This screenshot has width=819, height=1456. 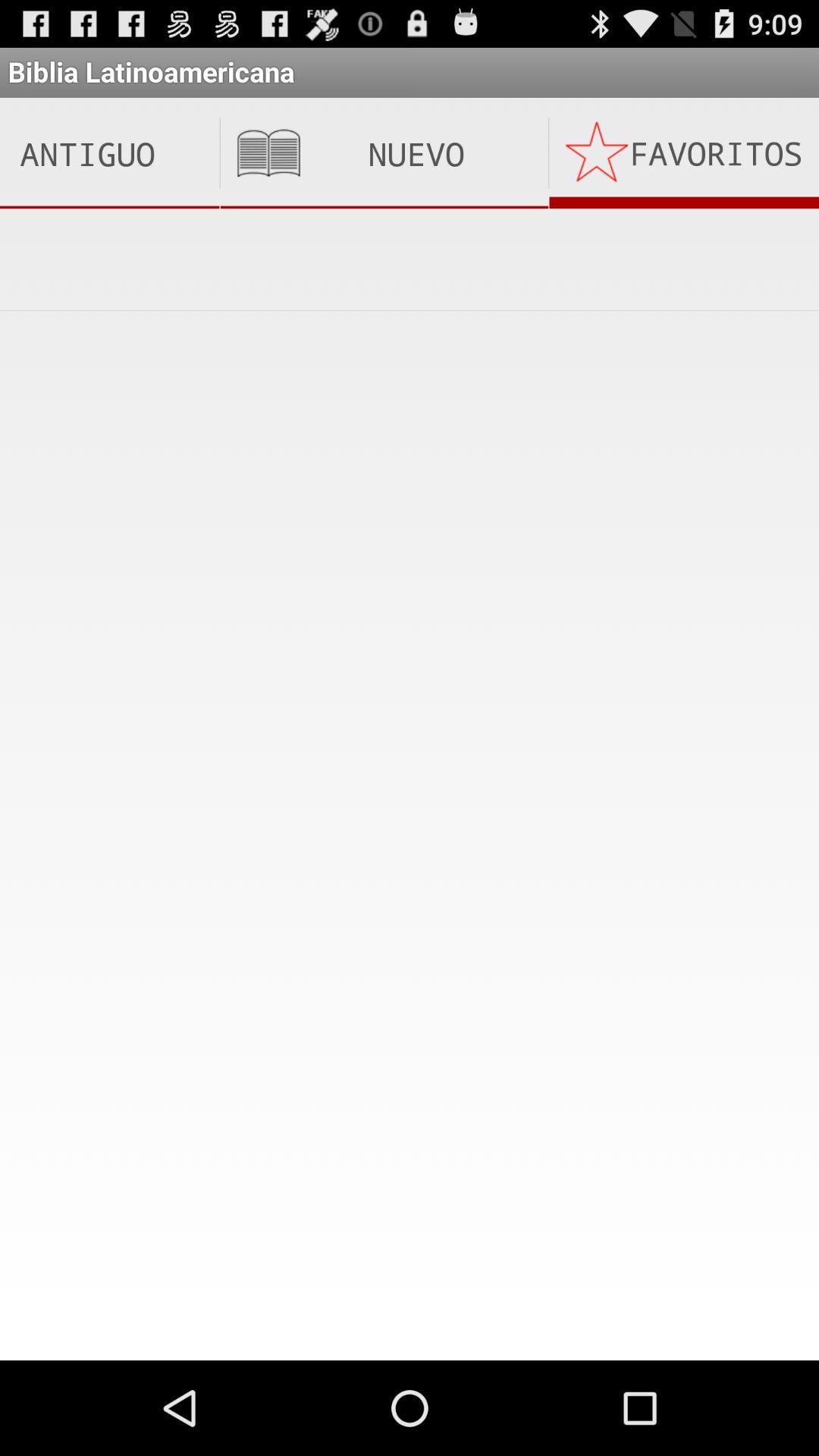 What do you see at coordinates (684, 153) in the screenshot?
I see `favoritos item` at bounding box center [684, 153].